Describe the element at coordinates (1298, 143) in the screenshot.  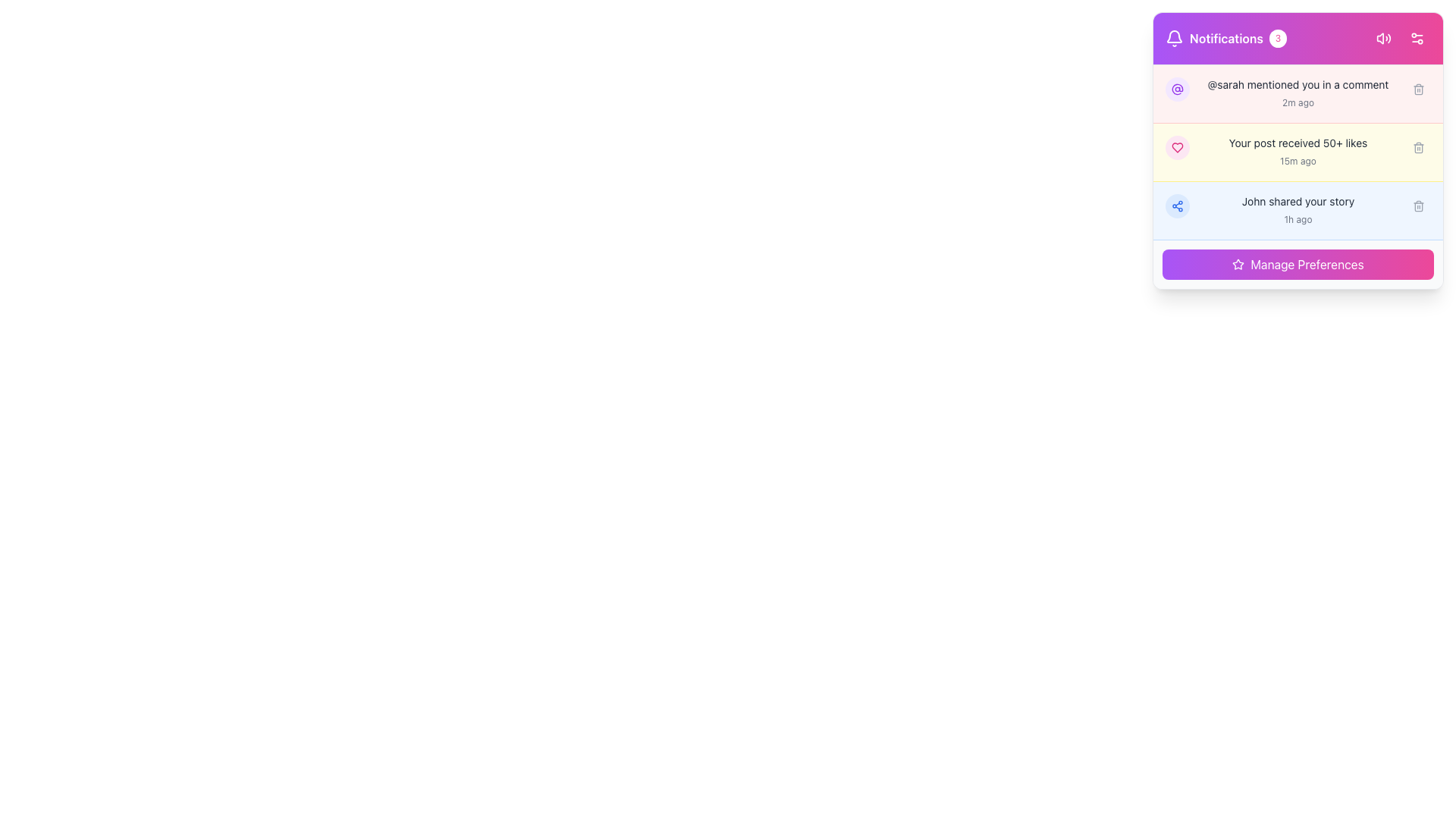
I see `static text label stating 'Your post received 50+ likes,' which is styled with gray text and located in the yellow notification block in the middle area of the notification card` at that location.